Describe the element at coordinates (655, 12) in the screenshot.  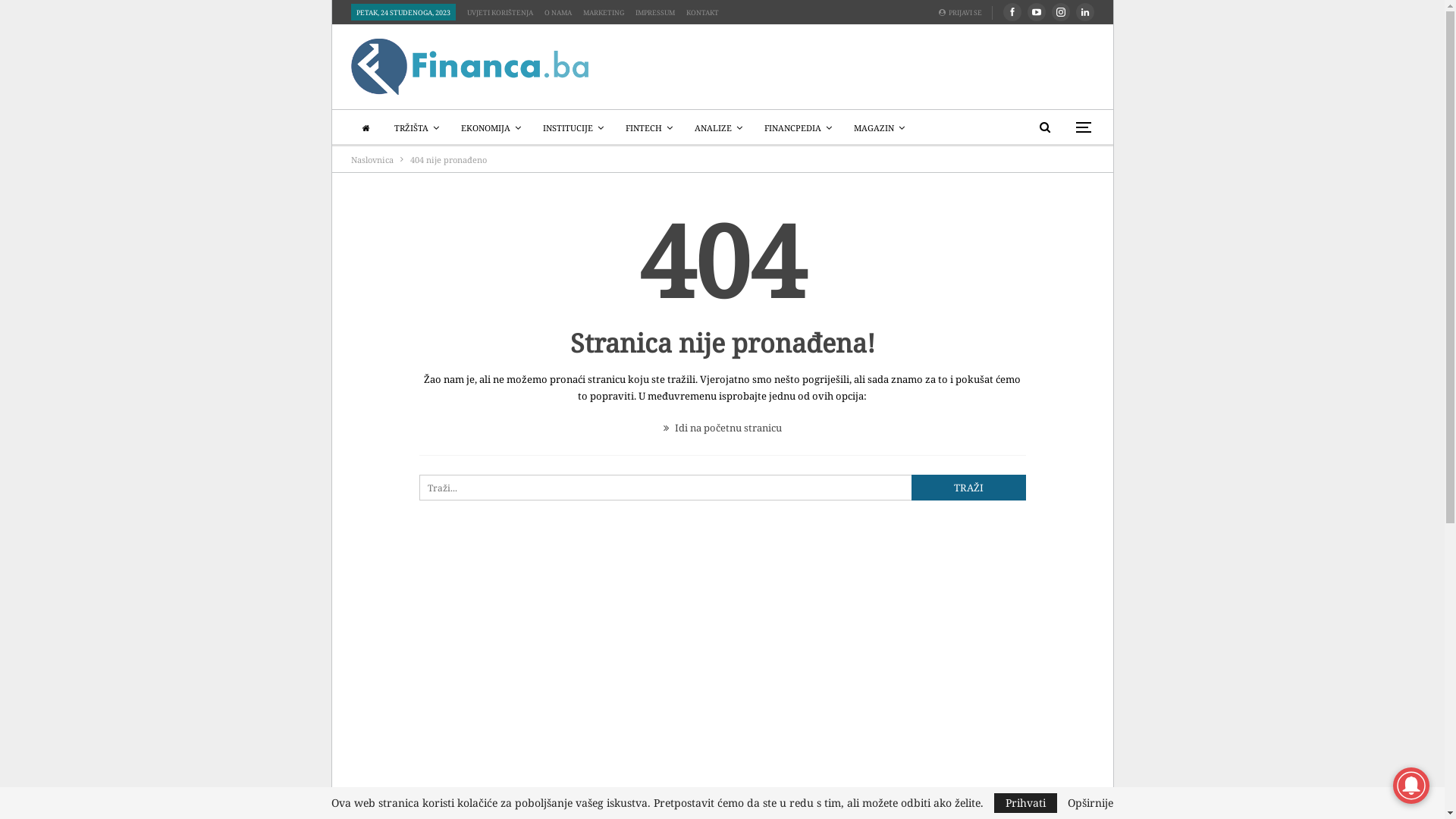
I see `'IMPRESSUM'` at that location.